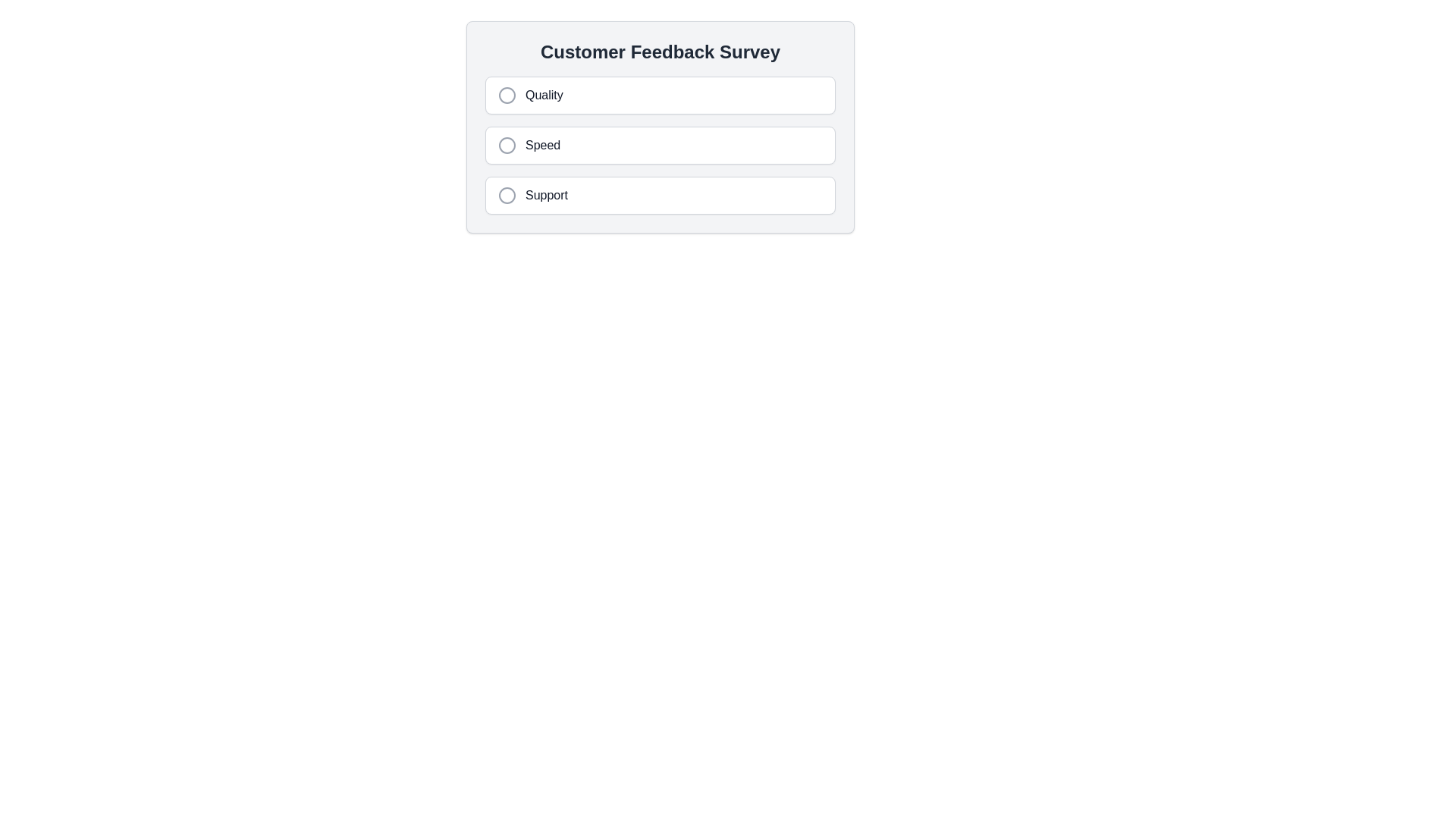  Describe the element at coordinates (543, 146) in the screenshot. I see `the 'Speed' text label, which is the second option in a vertical list of three radio options within a survey form, displayed in dark gray color` at that location.